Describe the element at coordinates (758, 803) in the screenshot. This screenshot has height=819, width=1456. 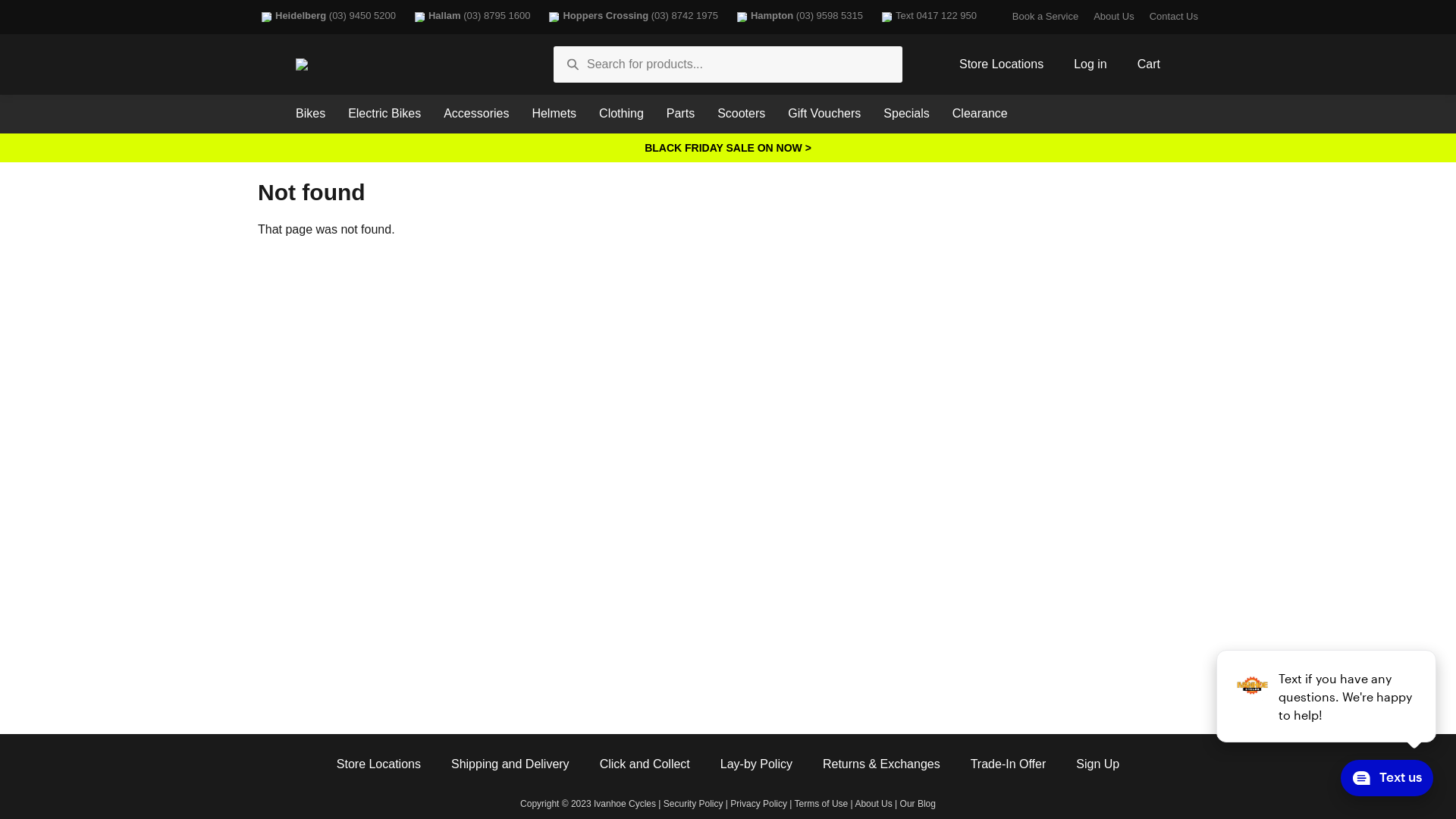
I see `'Privacy Policy'` at that location.